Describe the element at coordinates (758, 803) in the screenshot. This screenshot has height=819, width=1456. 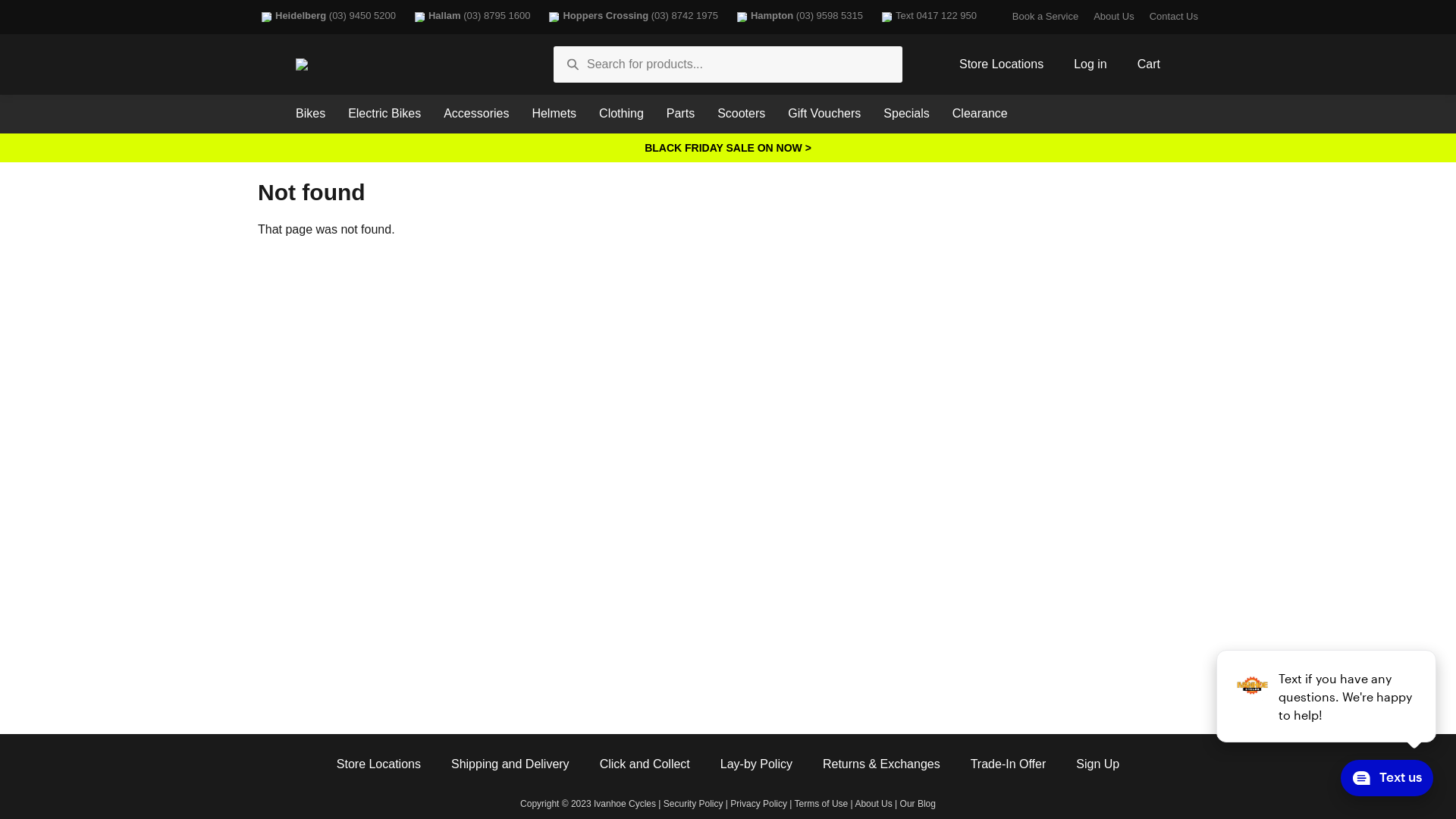
I see `'Privacy Policy'` at that location.